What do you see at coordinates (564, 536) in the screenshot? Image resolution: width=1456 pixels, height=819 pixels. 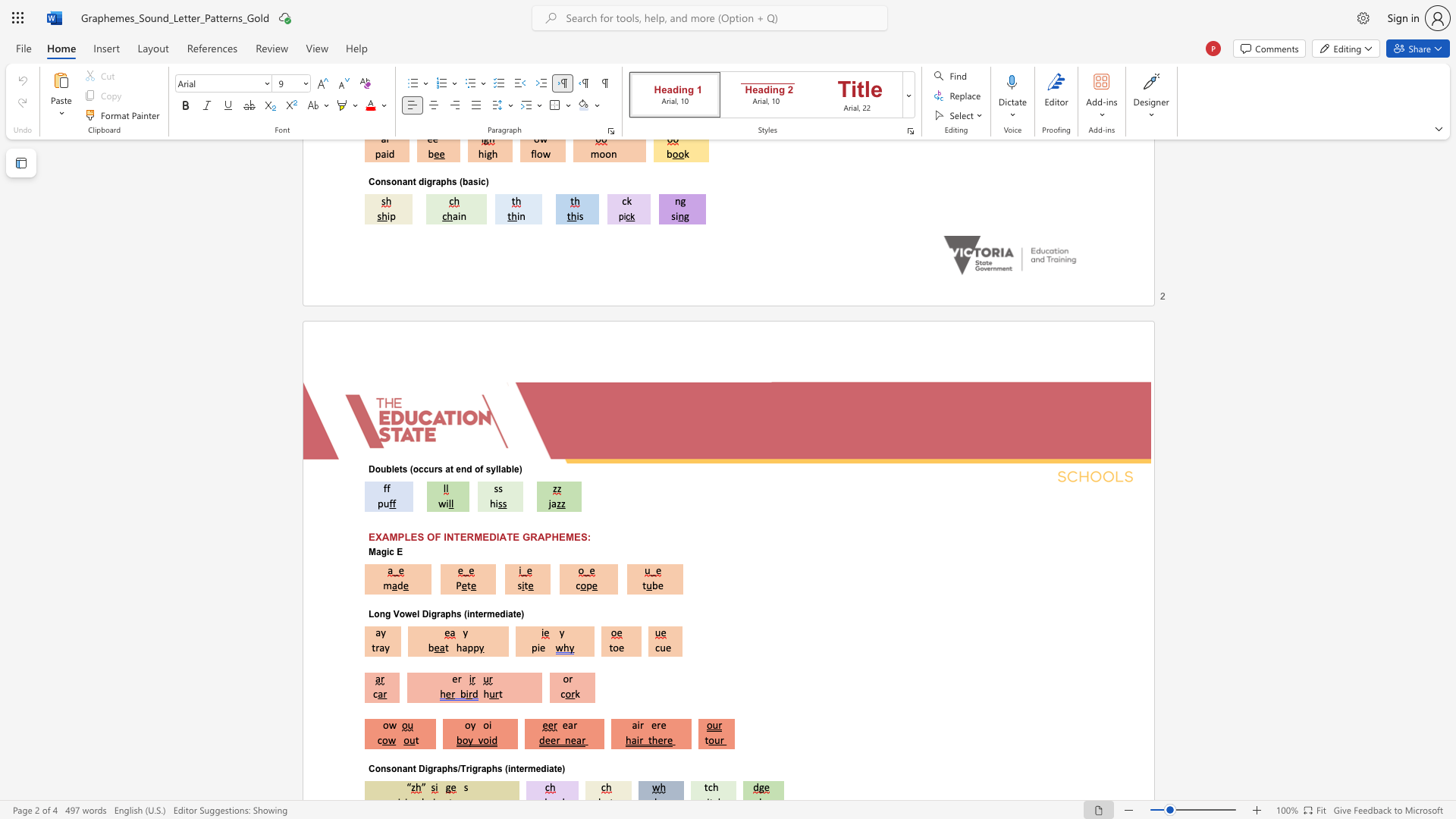 I see `the subset text "MES:" within the text "EXAMPLES OF INTERMEDIATE GRAPHEMES:"` at bounding box center [564, 536].